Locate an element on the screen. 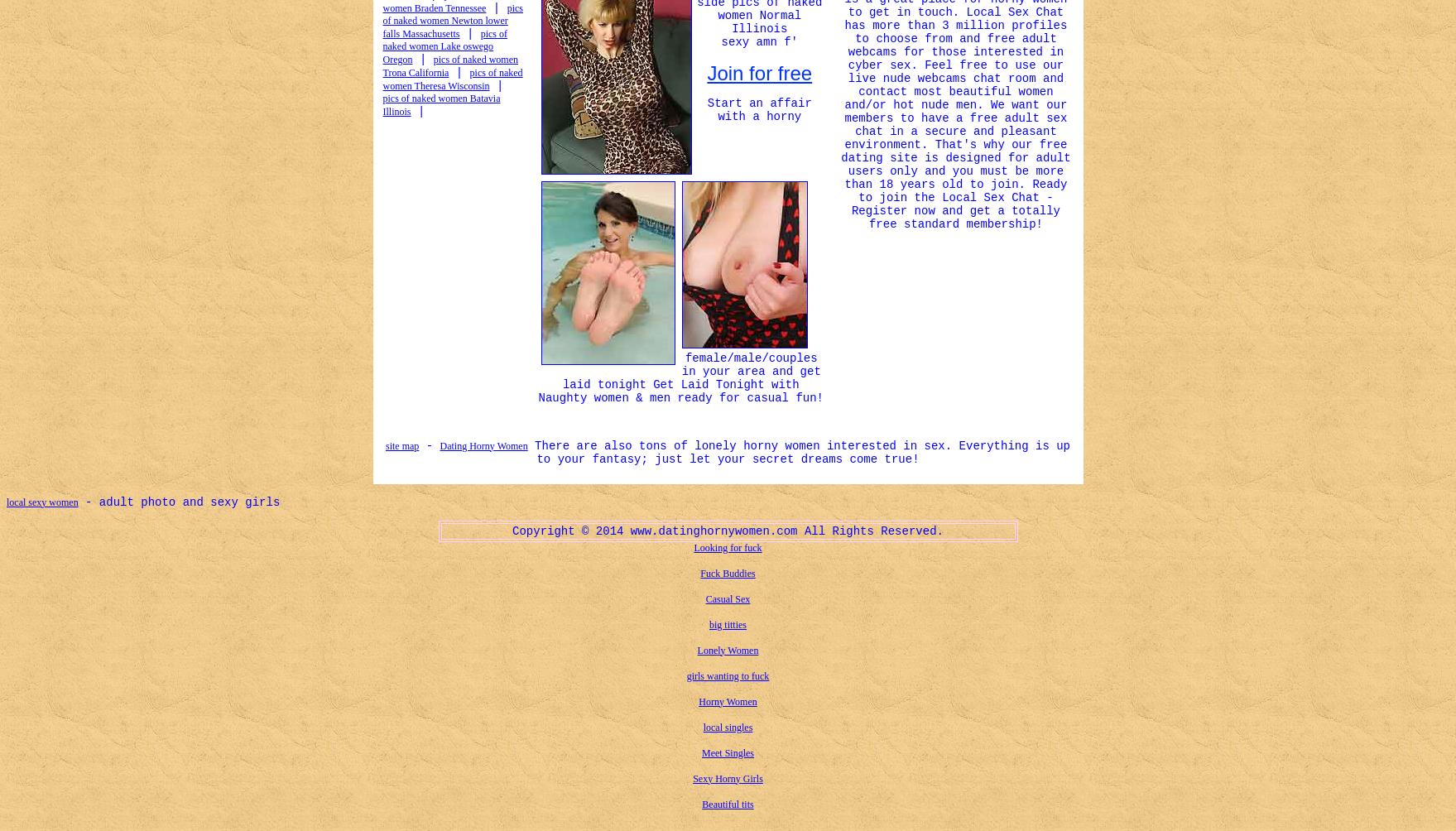  'Sexy Horny Girls' is located at coordinates (692, 777).